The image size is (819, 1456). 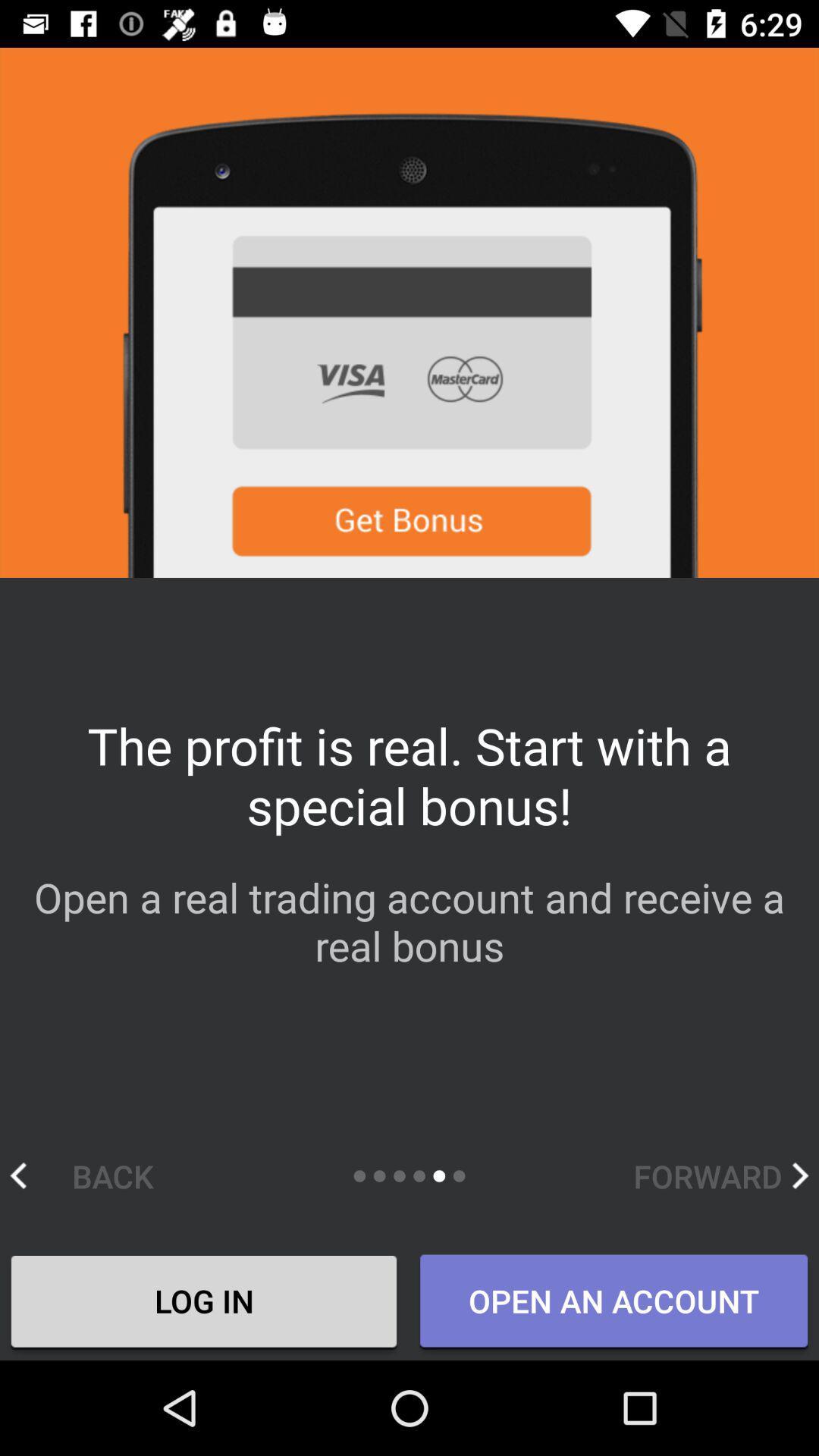 What do you see at coordinates (97, 1175) in the screenshot?
I see `item above the log in item` at bounding box center [97, 1175].